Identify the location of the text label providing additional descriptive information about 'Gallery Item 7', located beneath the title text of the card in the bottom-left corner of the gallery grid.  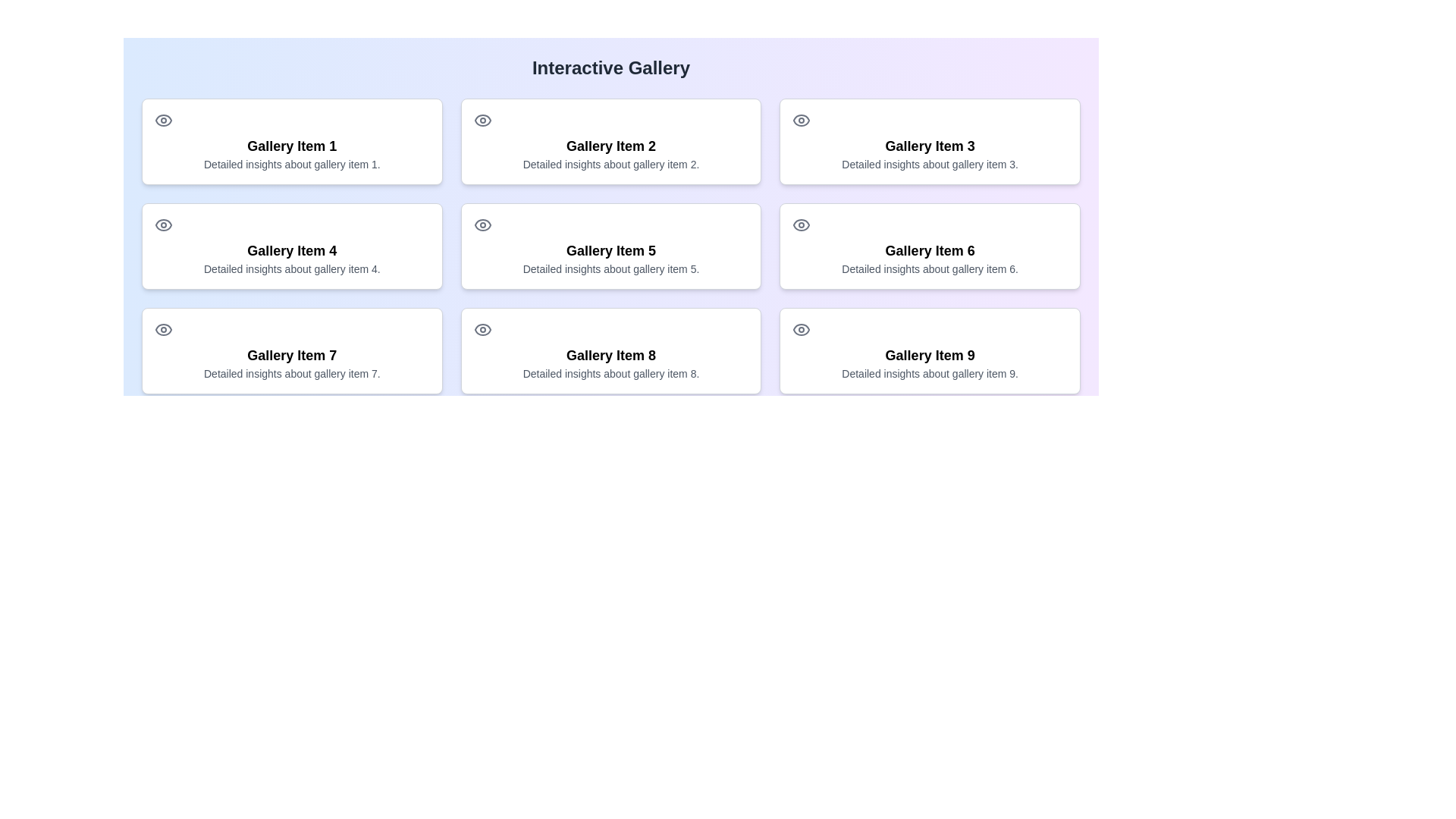
(292, 374).